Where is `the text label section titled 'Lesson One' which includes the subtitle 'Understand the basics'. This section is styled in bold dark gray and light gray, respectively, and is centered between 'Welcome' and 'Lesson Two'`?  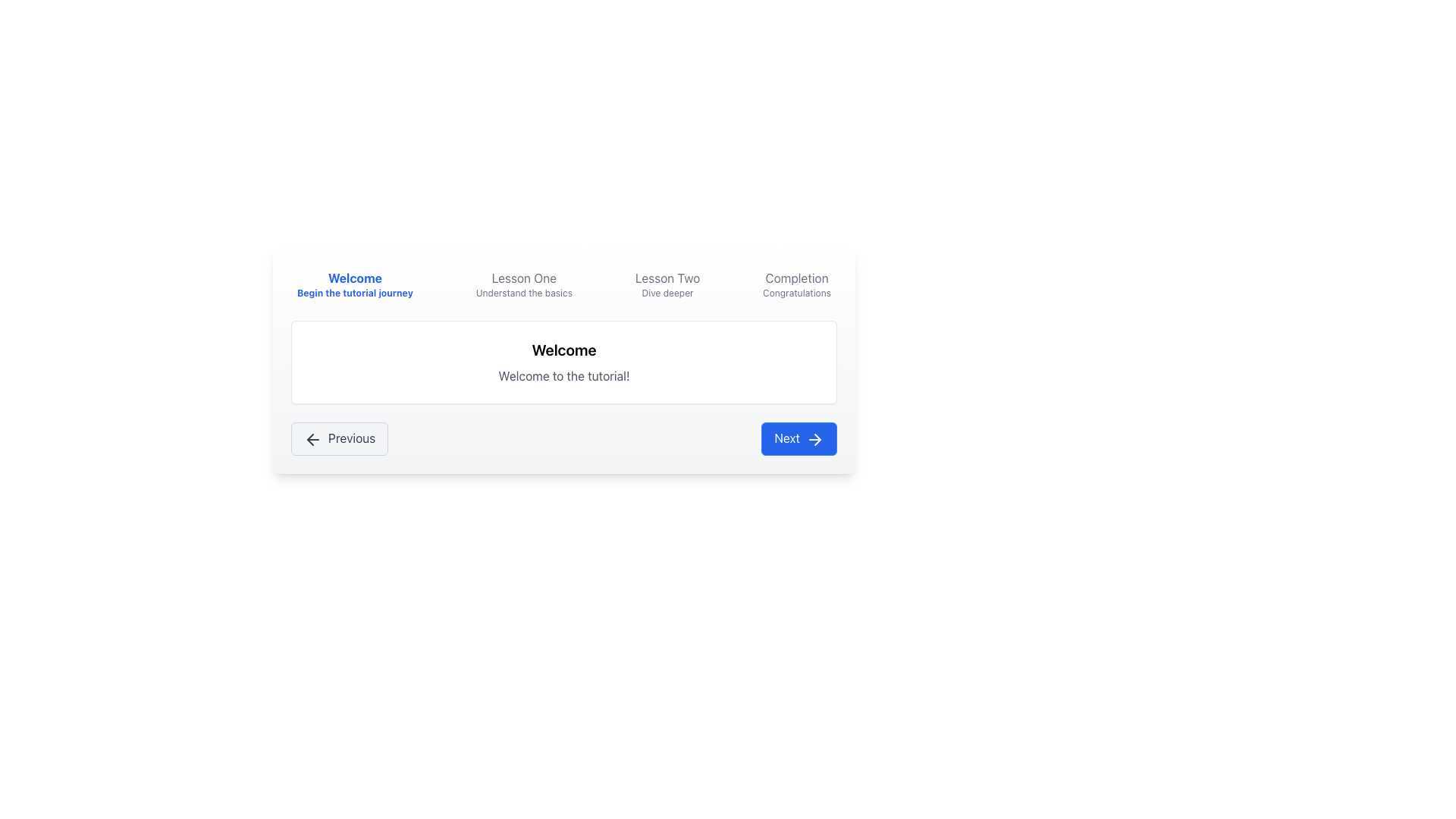
the text label section titled 'Lesson One' which includes the subtitle 'Understand the basics'. This section is styled in bold dark gray and light gray, respectively, and is centered between 'Welcome' and 'Lesson Two' is located at coordinates (563, 284).